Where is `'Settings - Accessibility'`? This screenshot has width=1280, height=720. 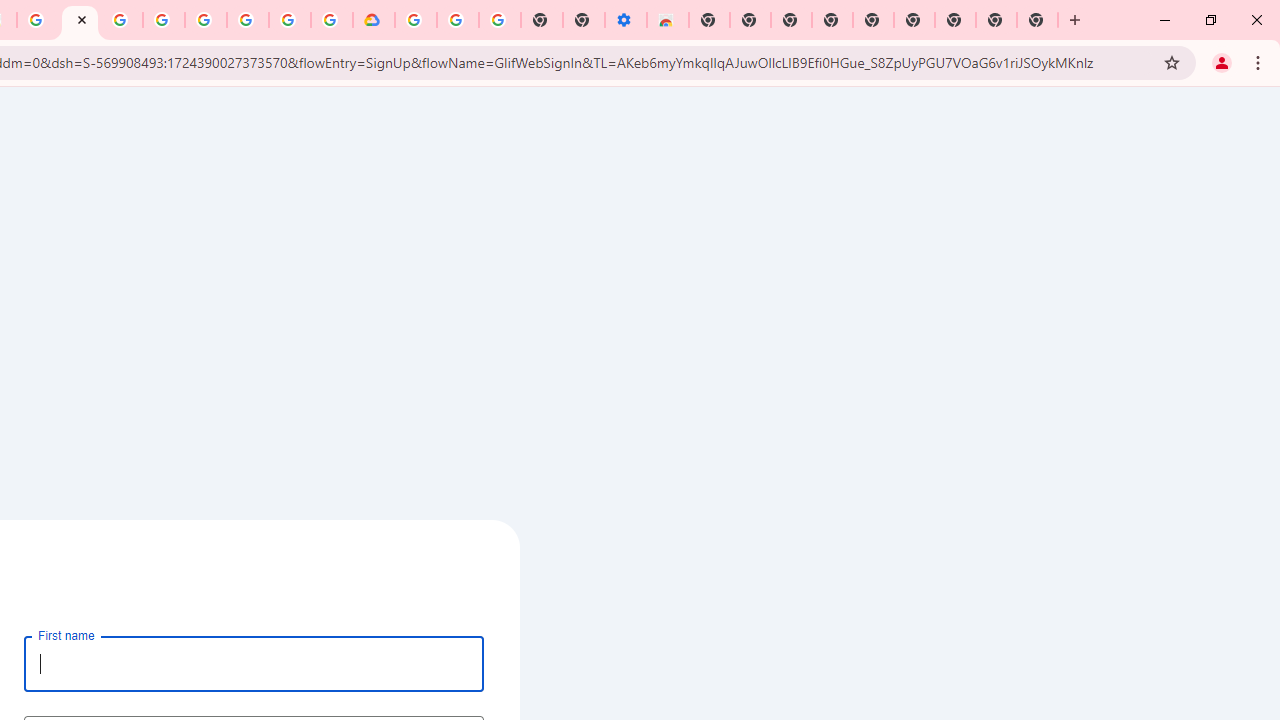 'Settings - Accessibility' is located at coordinates (624, 20).